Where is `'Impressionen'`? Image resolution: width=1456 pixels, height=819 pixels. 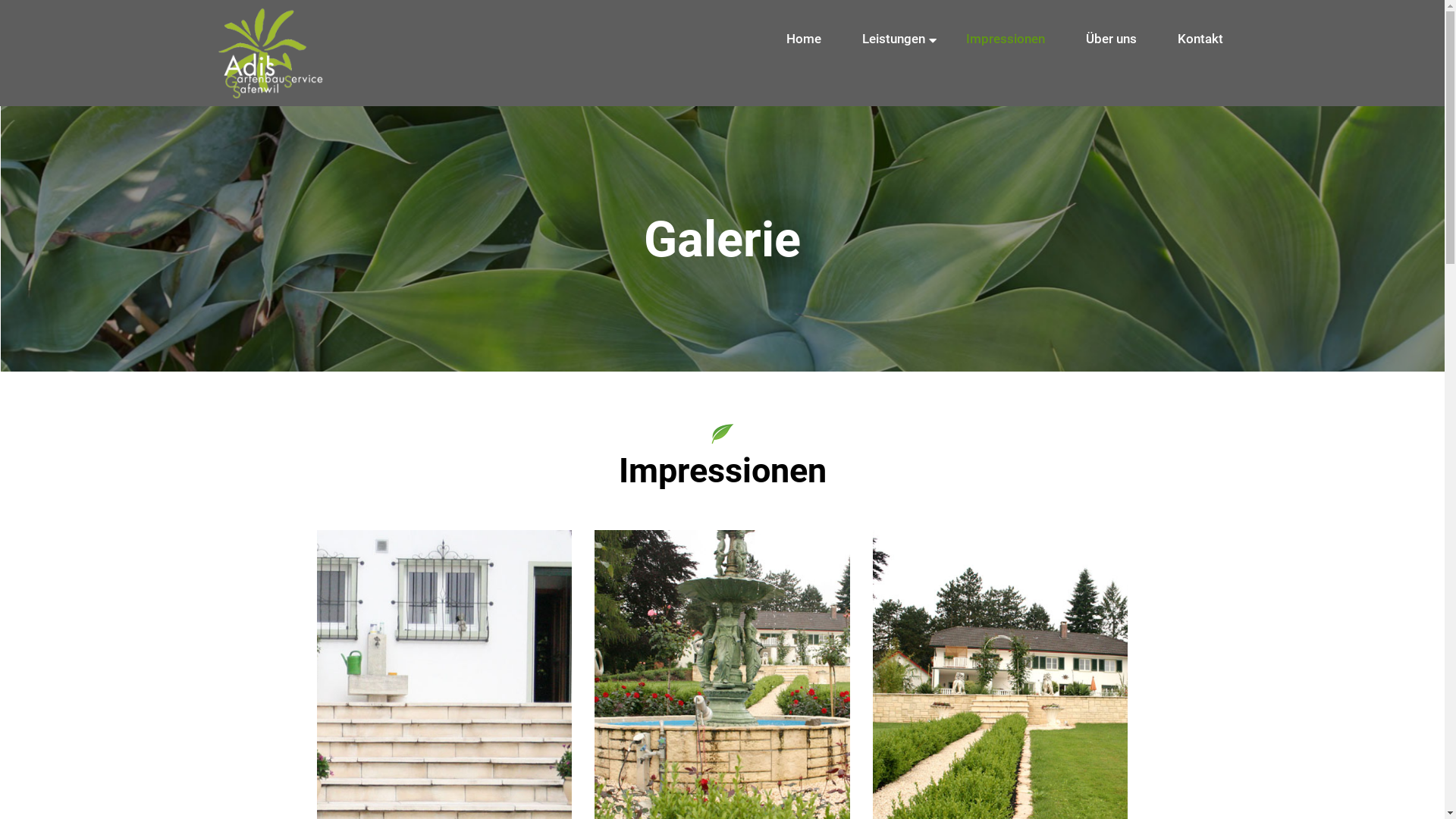 'Impressionen' is located at coordinates (1005, 38).